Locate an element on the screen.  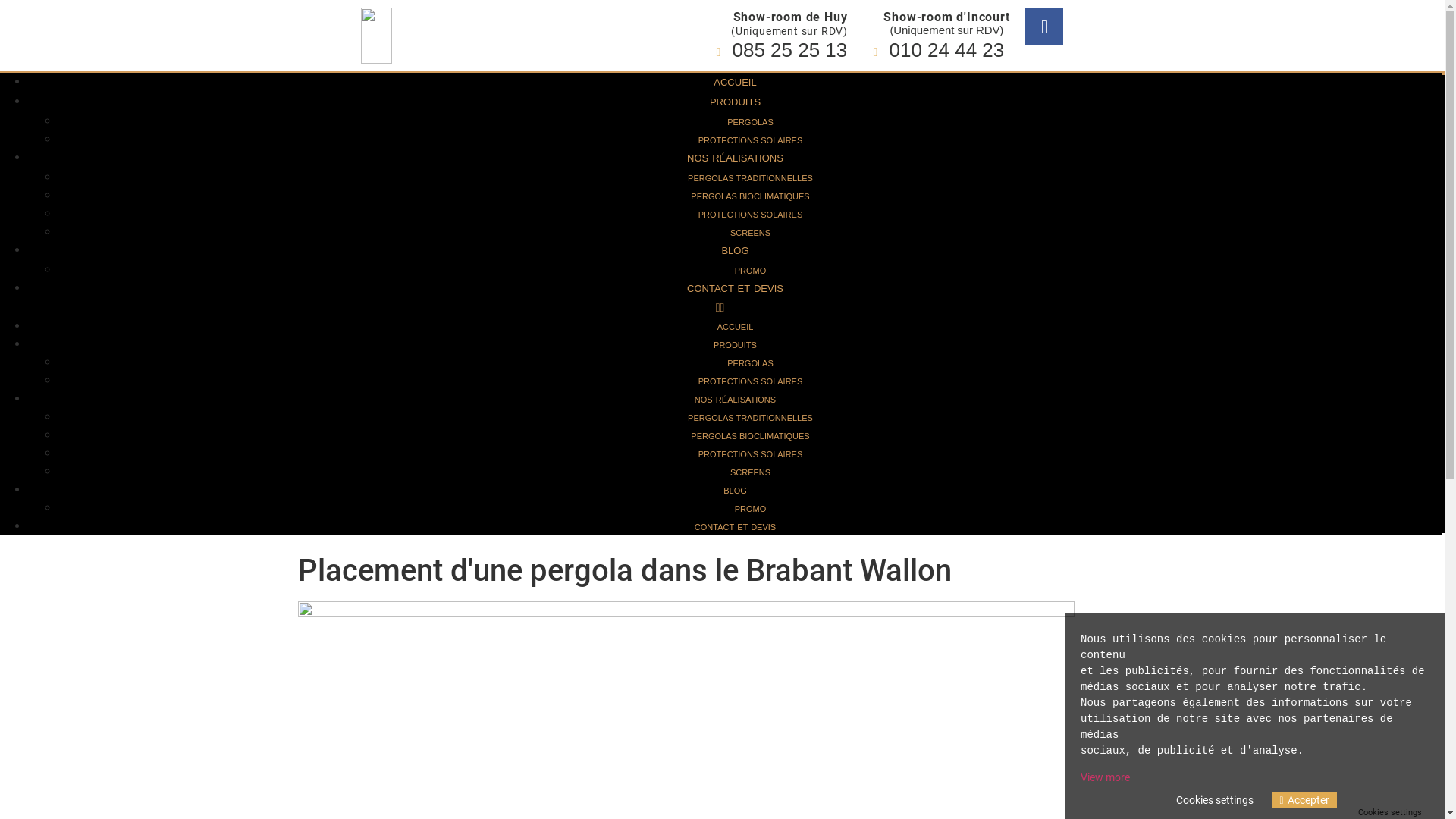
'PROMO' is located at coordinates (750, 509).